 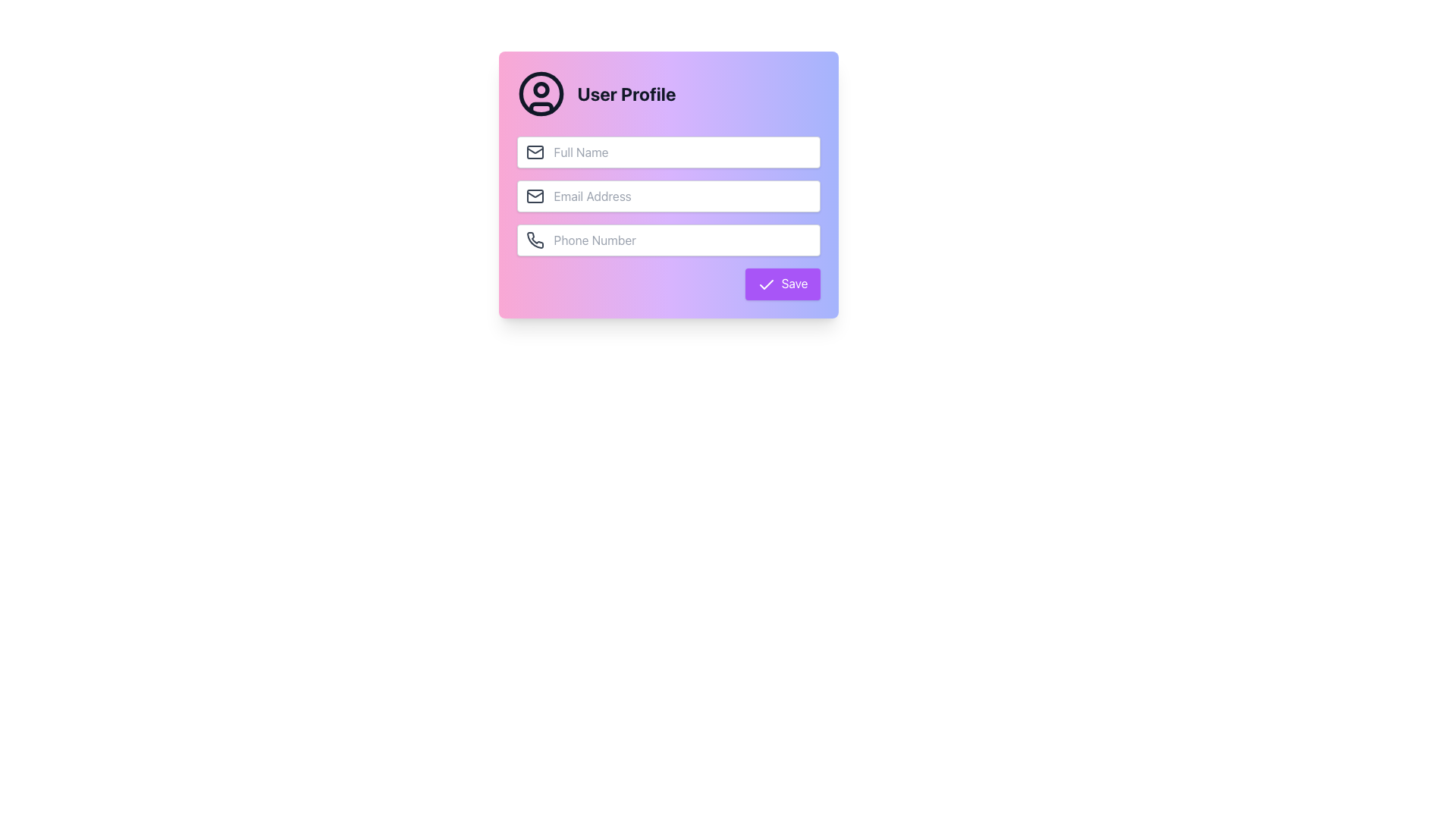 I want to click on the decorative SVG icon that visually indicates the purpose of the associated 'Phone Number' input field, located to the left side of the input box, so click(x=535, y=239).